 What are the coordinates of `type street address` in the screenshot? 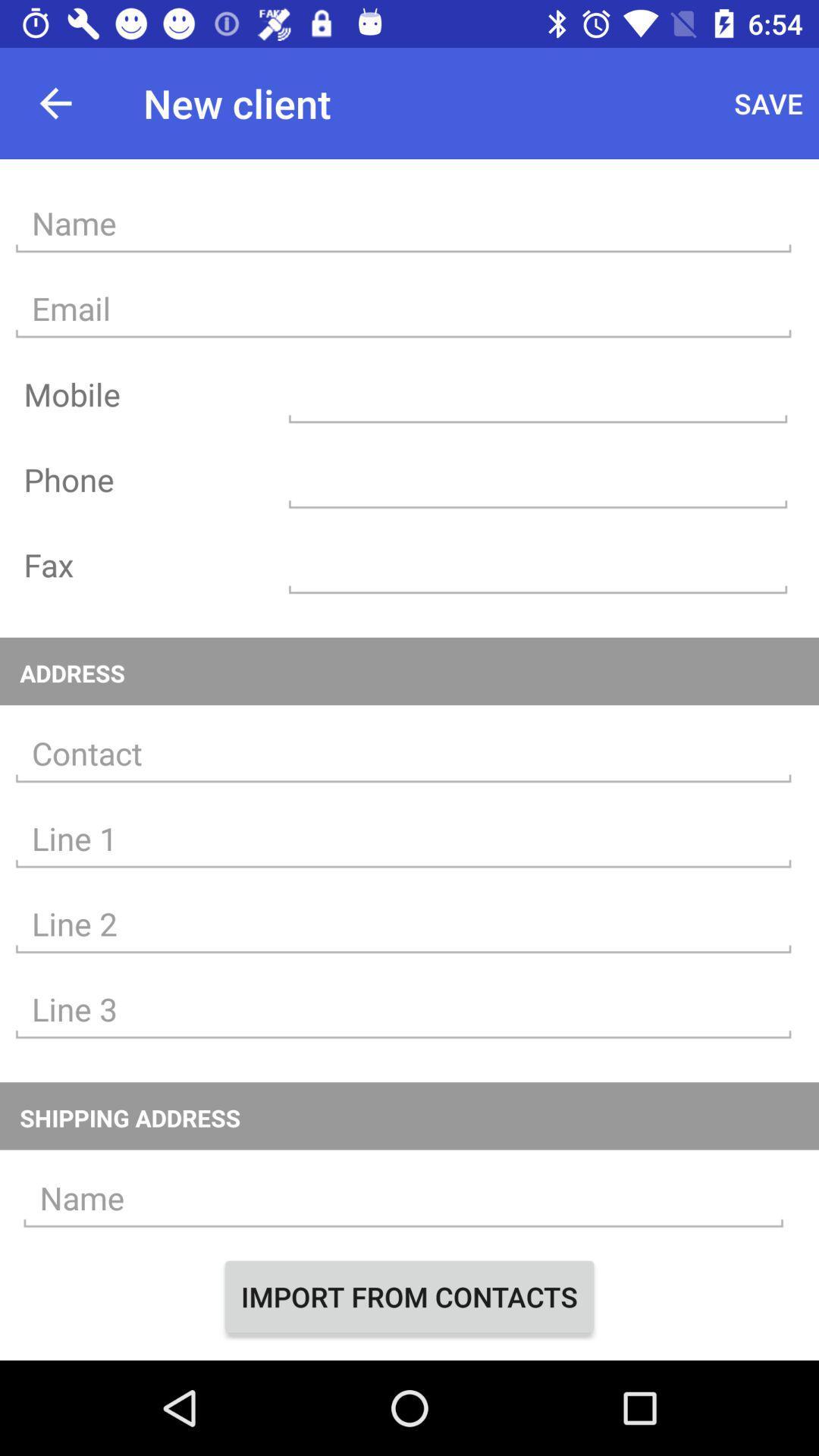 It's located at (403, 838).